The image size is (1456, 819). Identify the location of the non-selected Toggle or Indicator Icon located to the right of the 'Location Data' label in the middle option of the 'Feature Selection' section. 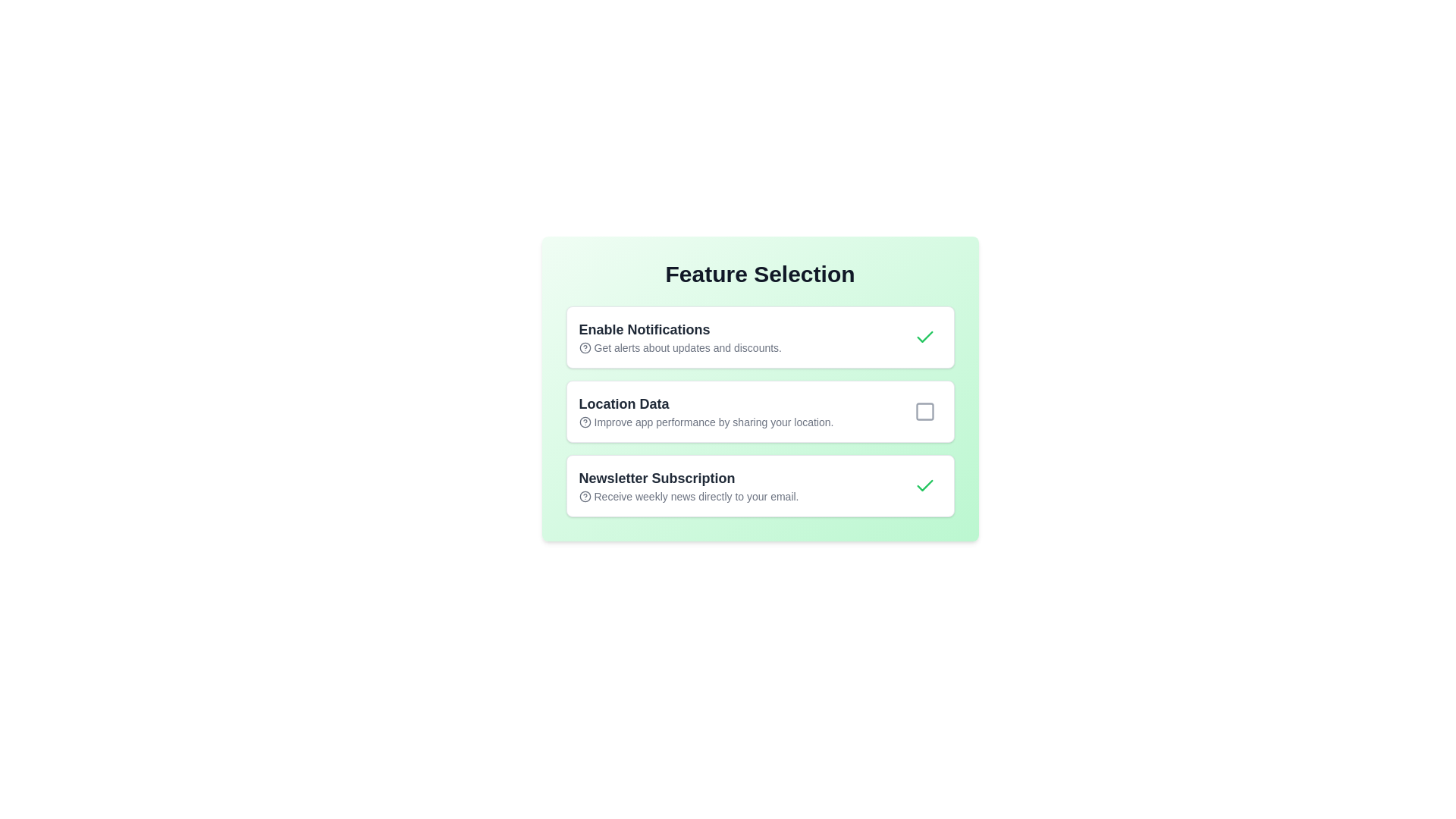
(924, 412).